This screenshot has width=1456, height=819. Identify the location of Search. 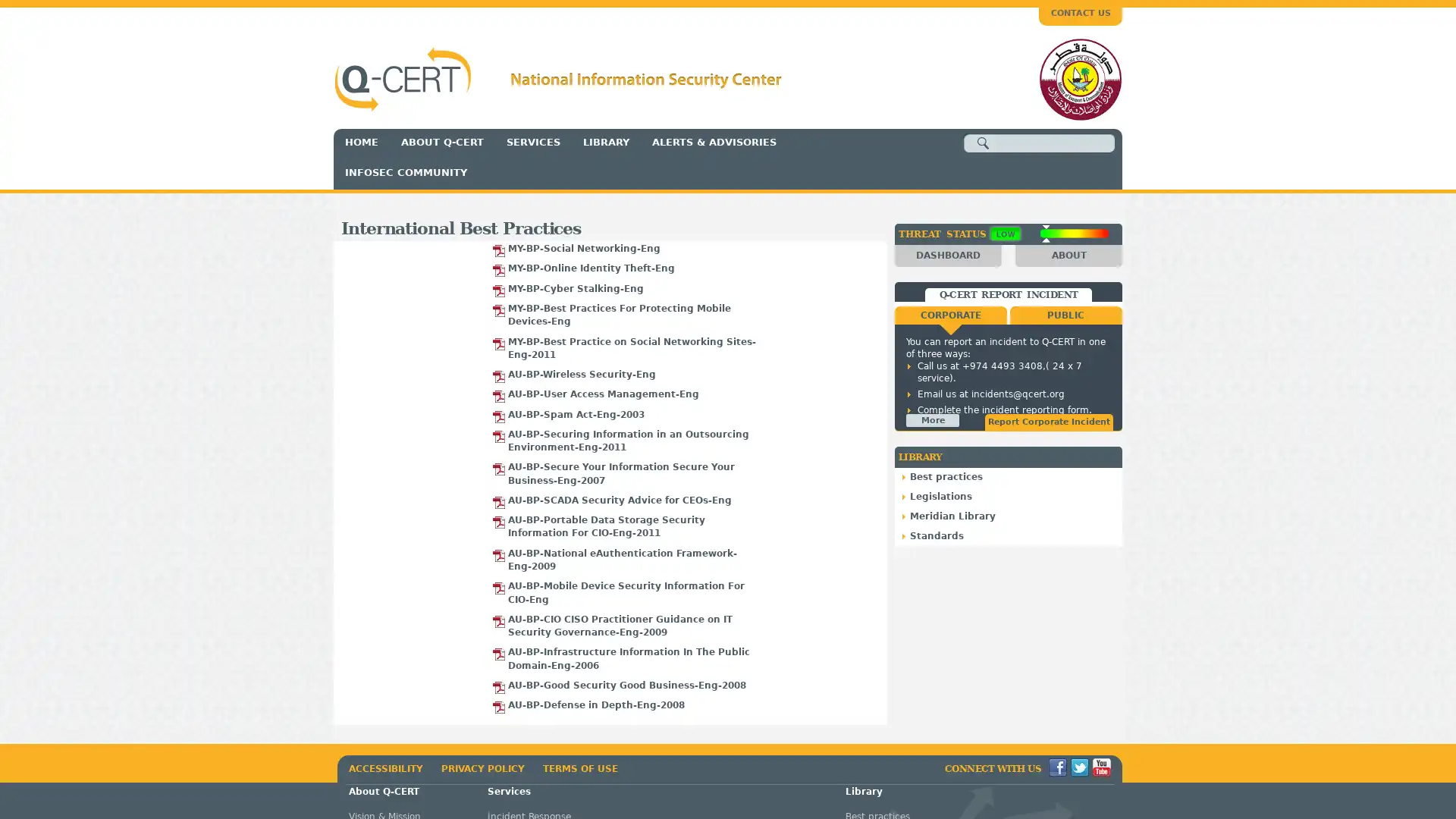
(983, 143).